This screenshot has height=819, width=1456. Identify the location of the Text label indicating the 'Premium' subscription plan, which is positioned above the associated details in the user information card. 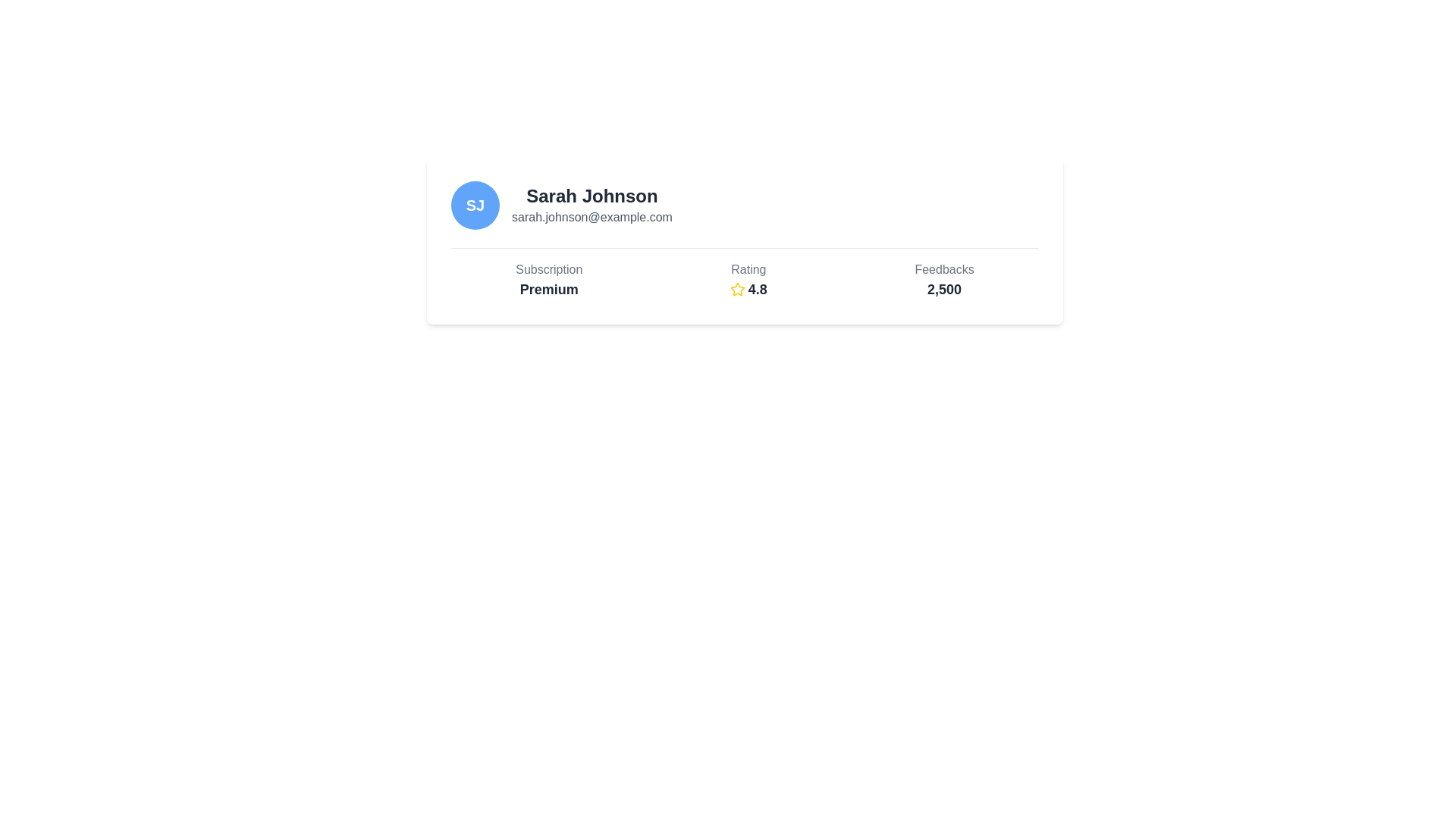
(548, 268).